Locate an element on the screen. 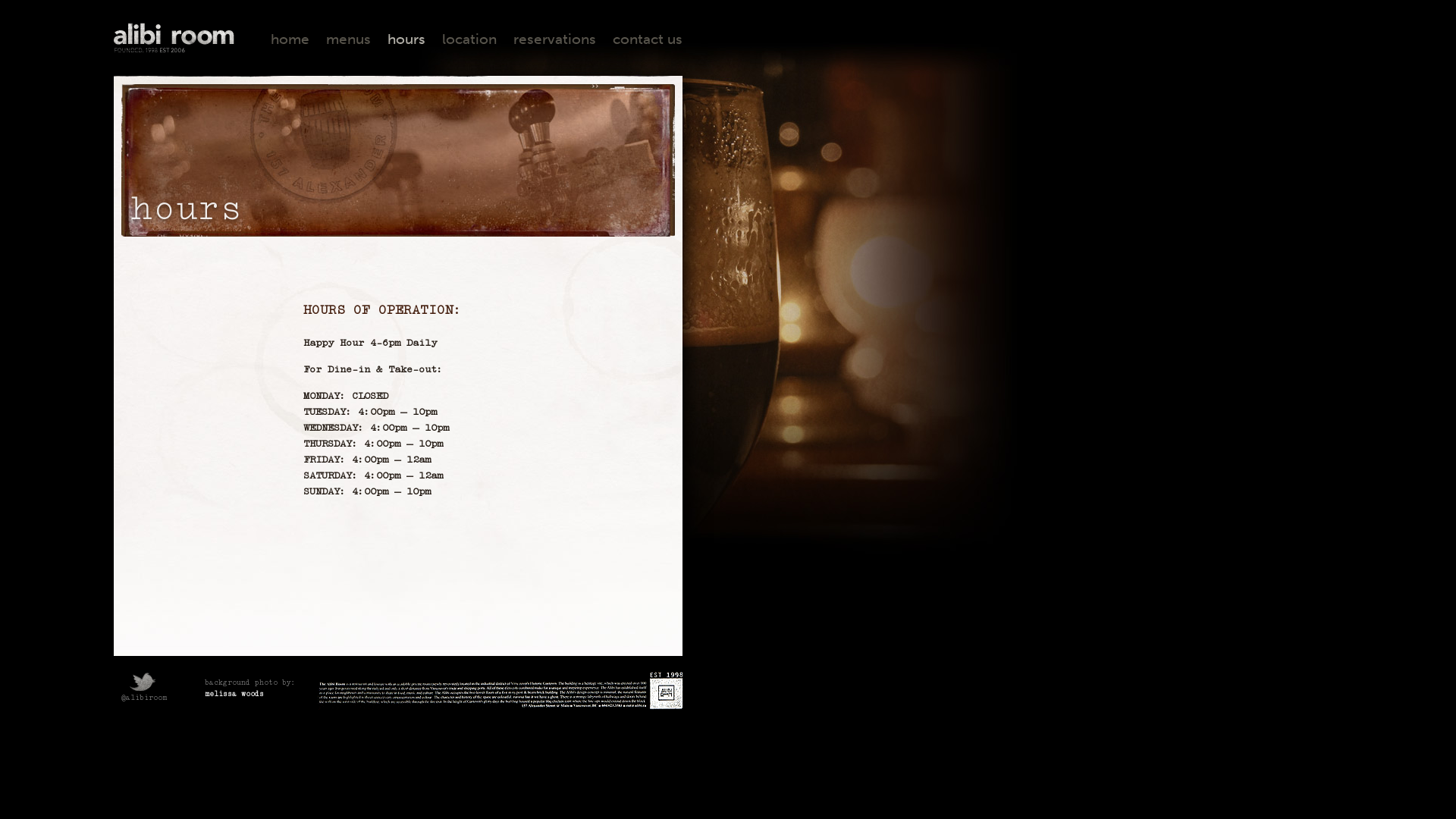 The width and height of the screenshot is (1456, 819). '@alibiroom' is located at coordinates (140, 690).